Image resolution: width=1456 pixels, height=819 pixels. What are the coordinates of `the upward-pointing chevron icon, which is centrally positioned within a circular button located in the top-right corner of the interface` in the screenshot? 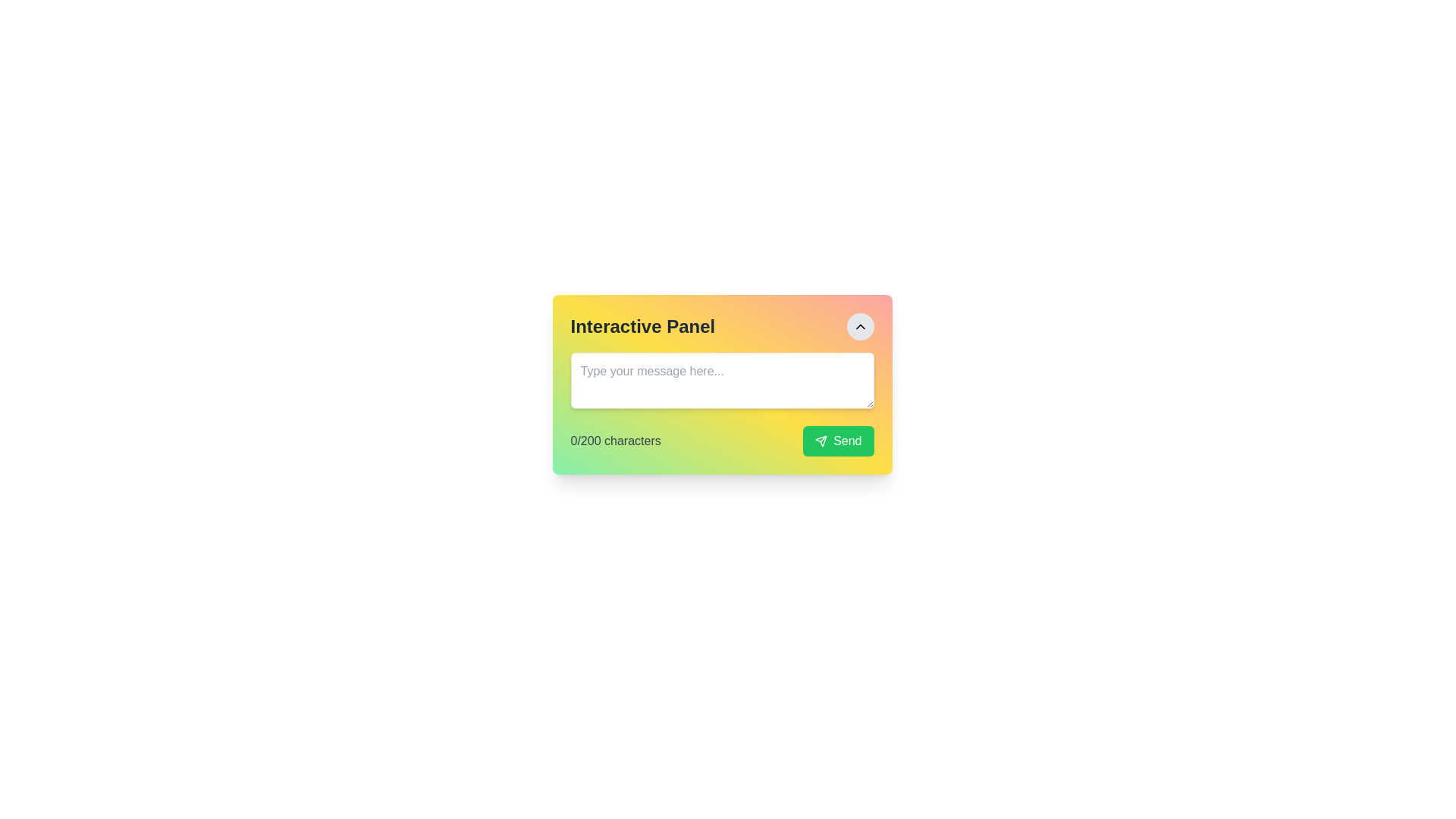 It's located at (860, 326).